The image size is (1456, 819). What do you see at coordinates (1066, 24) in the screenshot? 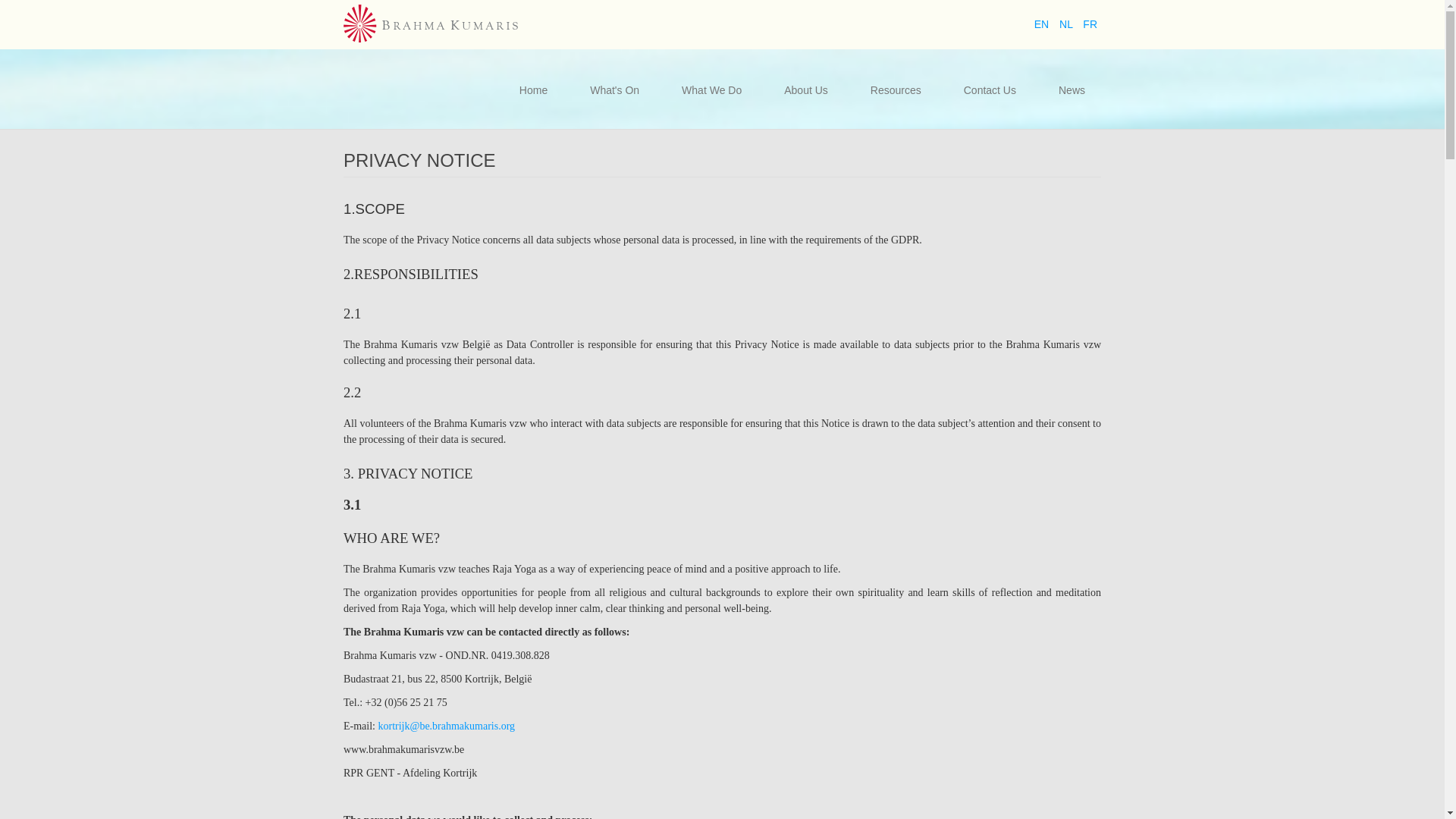
I see `'NL'` at bounding box center [1066, 24].